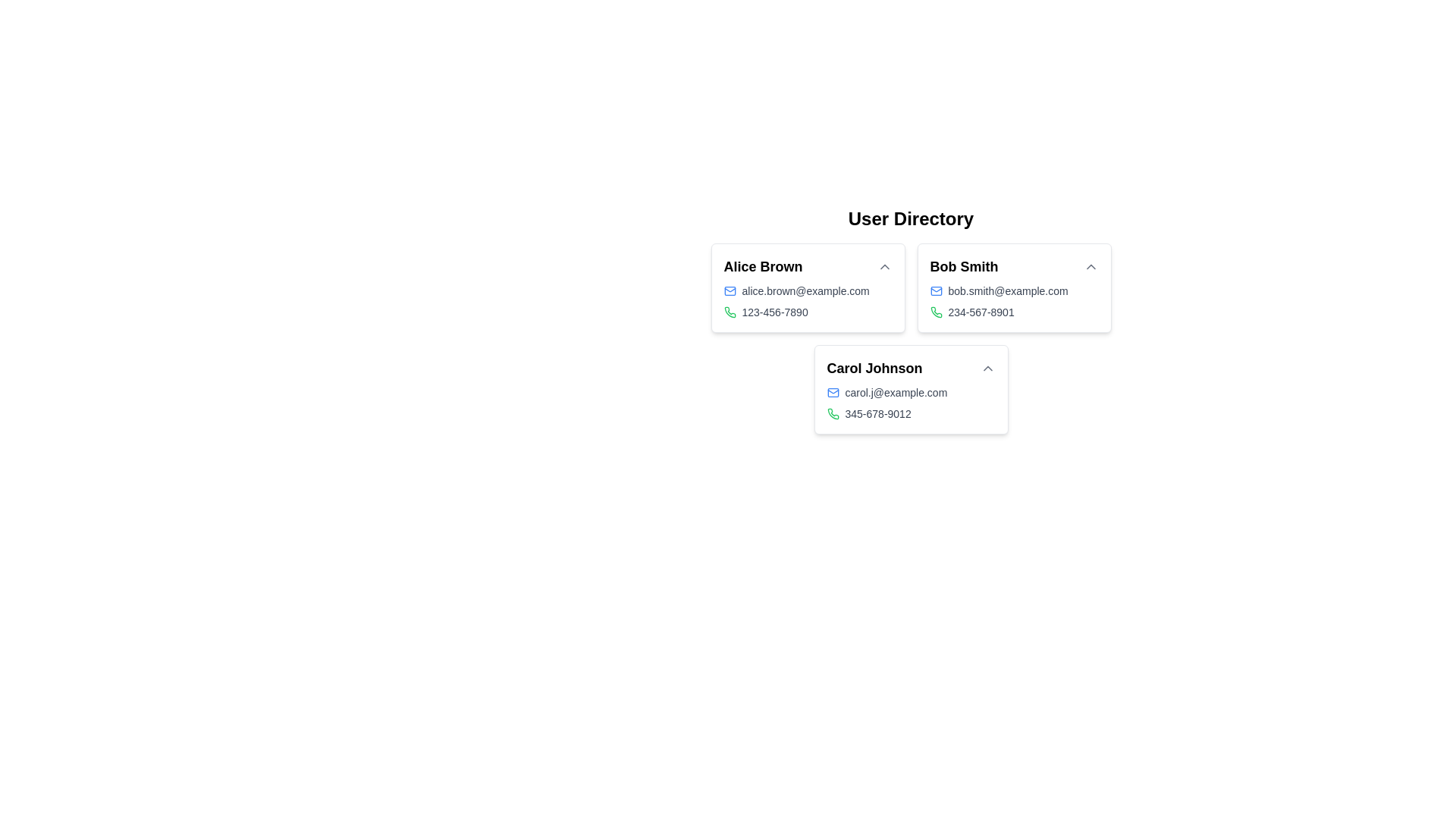 The width and height of the screenshot is (1456, 819). I want to click on the email address display for 'Alice Brown' located in her contact details section, so click(807, 291).